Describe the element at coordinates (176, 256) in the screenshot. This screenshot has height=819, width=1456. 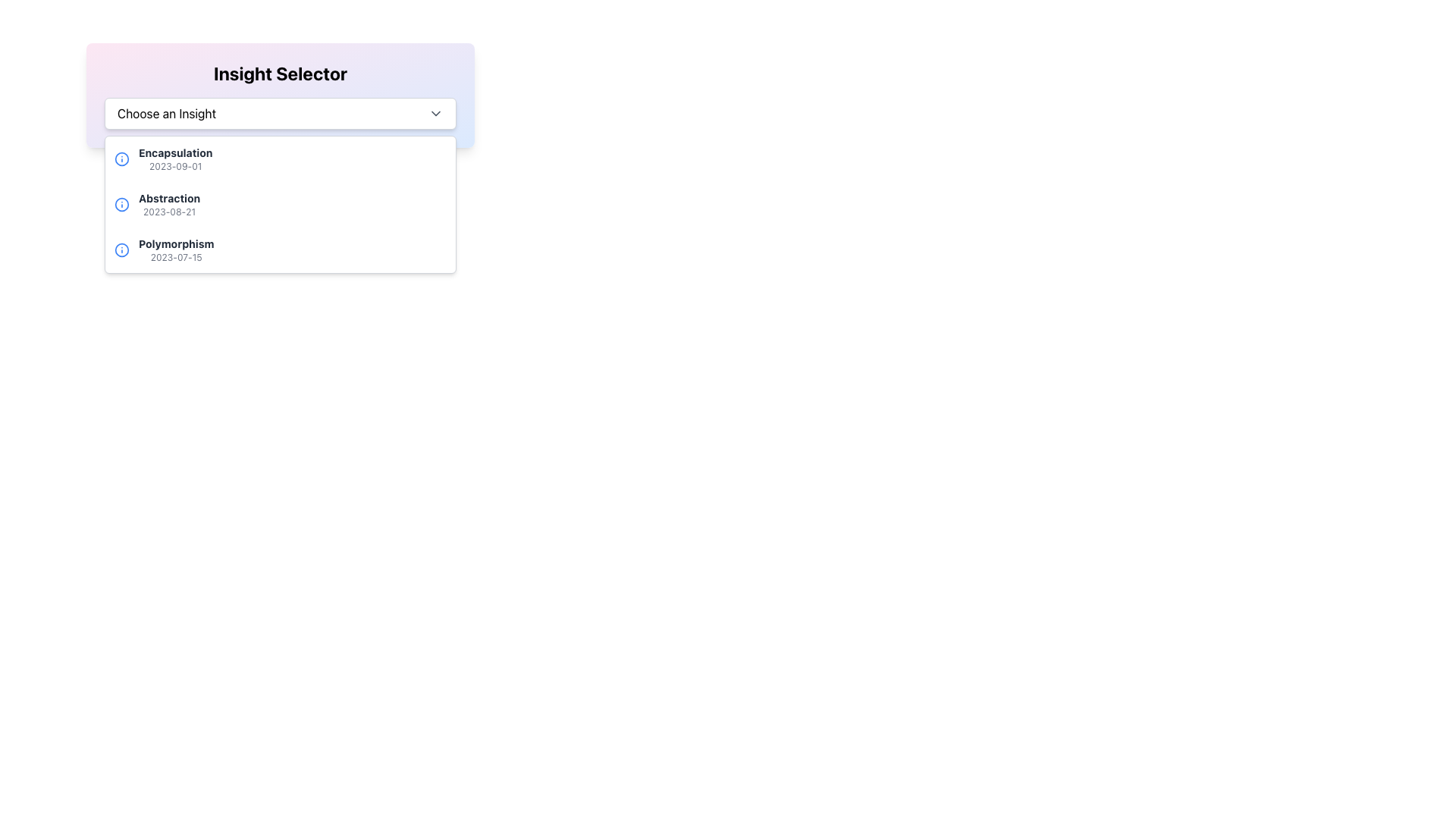
I see `the static text element displaying the date '2023-07-15', which is located beneath the bolded text 'Polymorphism' in the third entry of the 'Insight Selector' dropdown menu` at that location.